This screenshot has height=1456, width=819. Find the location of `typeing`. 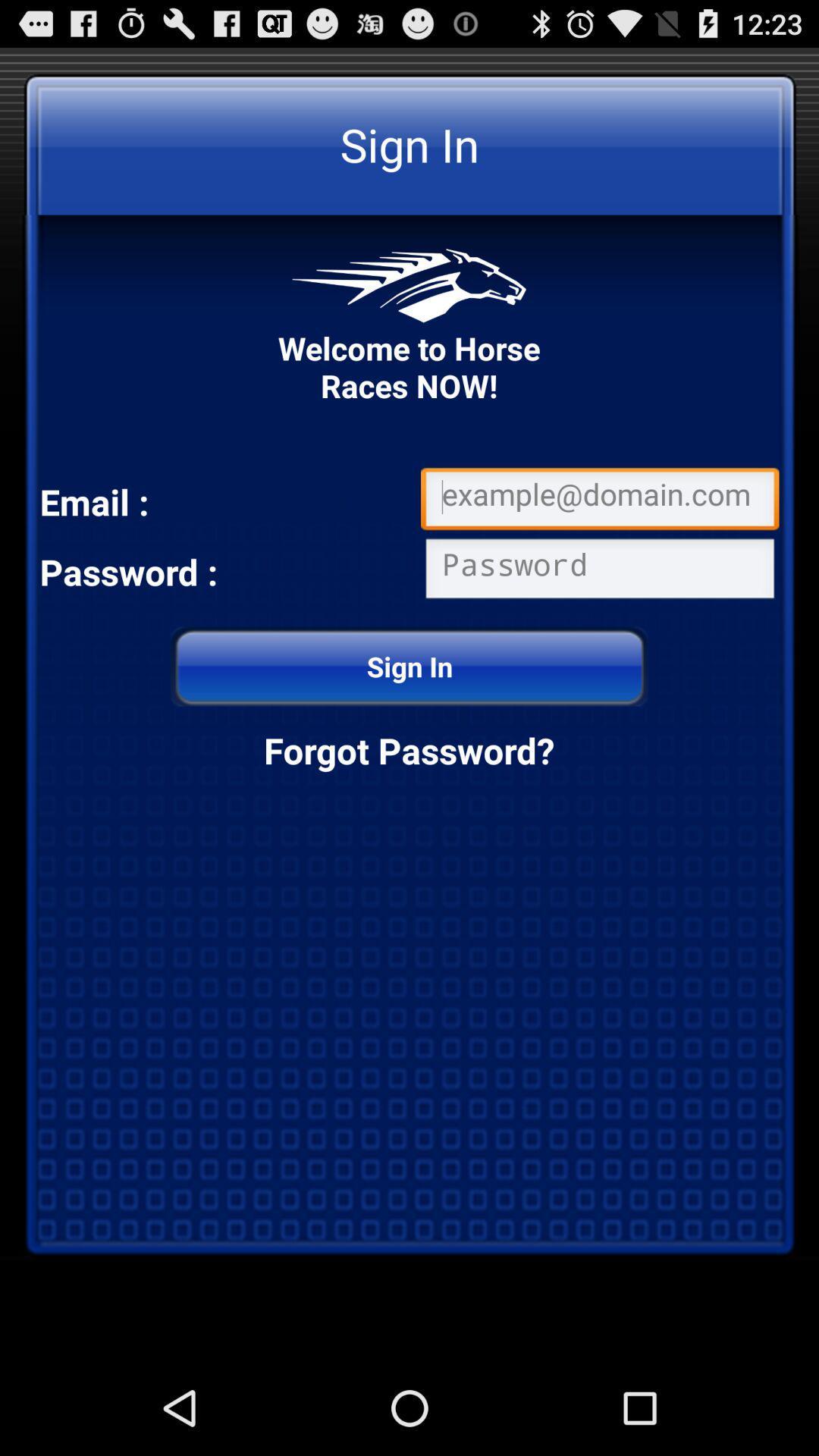

typeing is located at coordinates (599, 571).